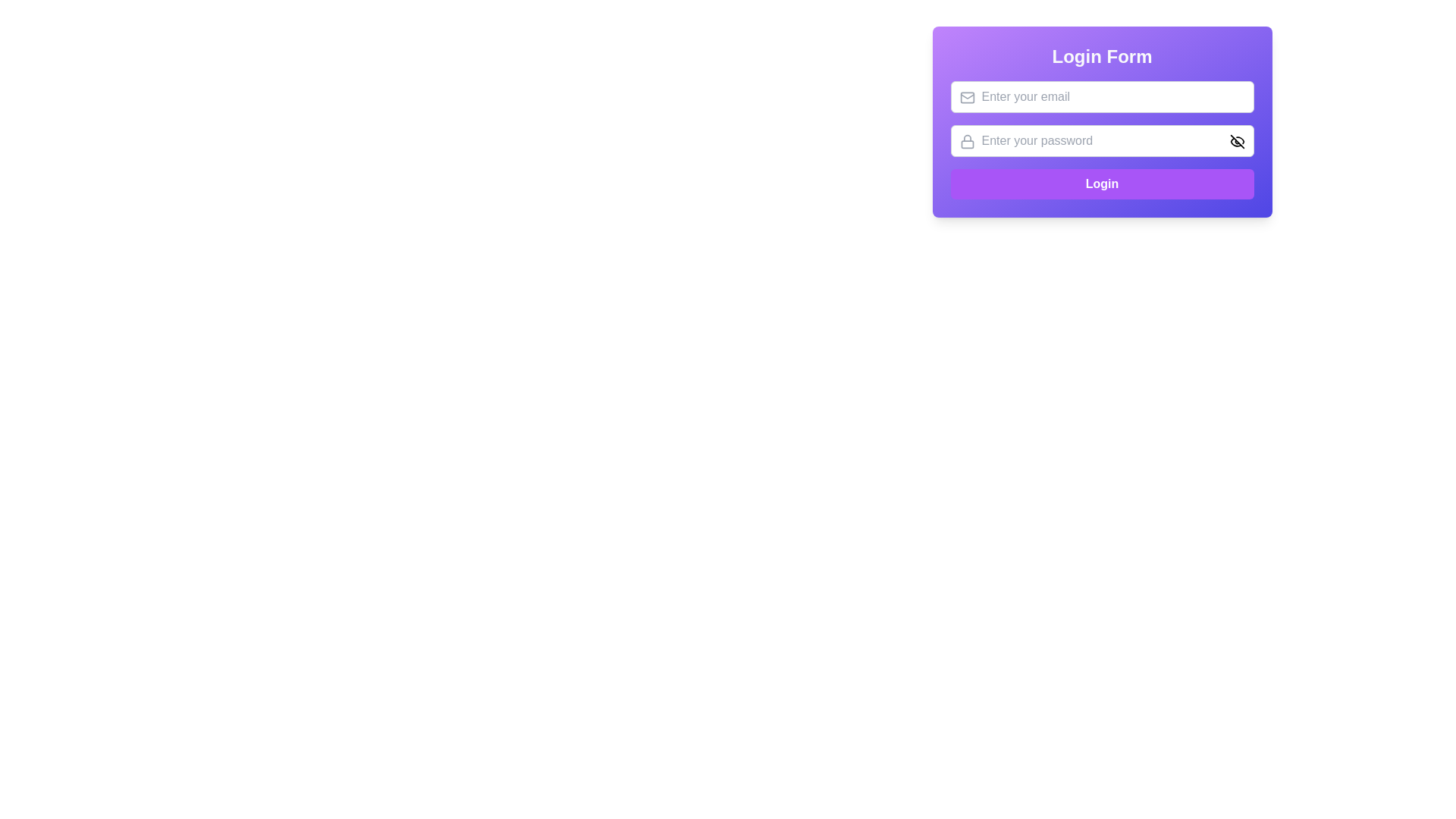 The image size is (1456, 819). I want to click on the lock icon located inside the password input field, positioned on the left side near the placeholder text 'Enter your password' to indicate secure information entry, so click(966, 141).